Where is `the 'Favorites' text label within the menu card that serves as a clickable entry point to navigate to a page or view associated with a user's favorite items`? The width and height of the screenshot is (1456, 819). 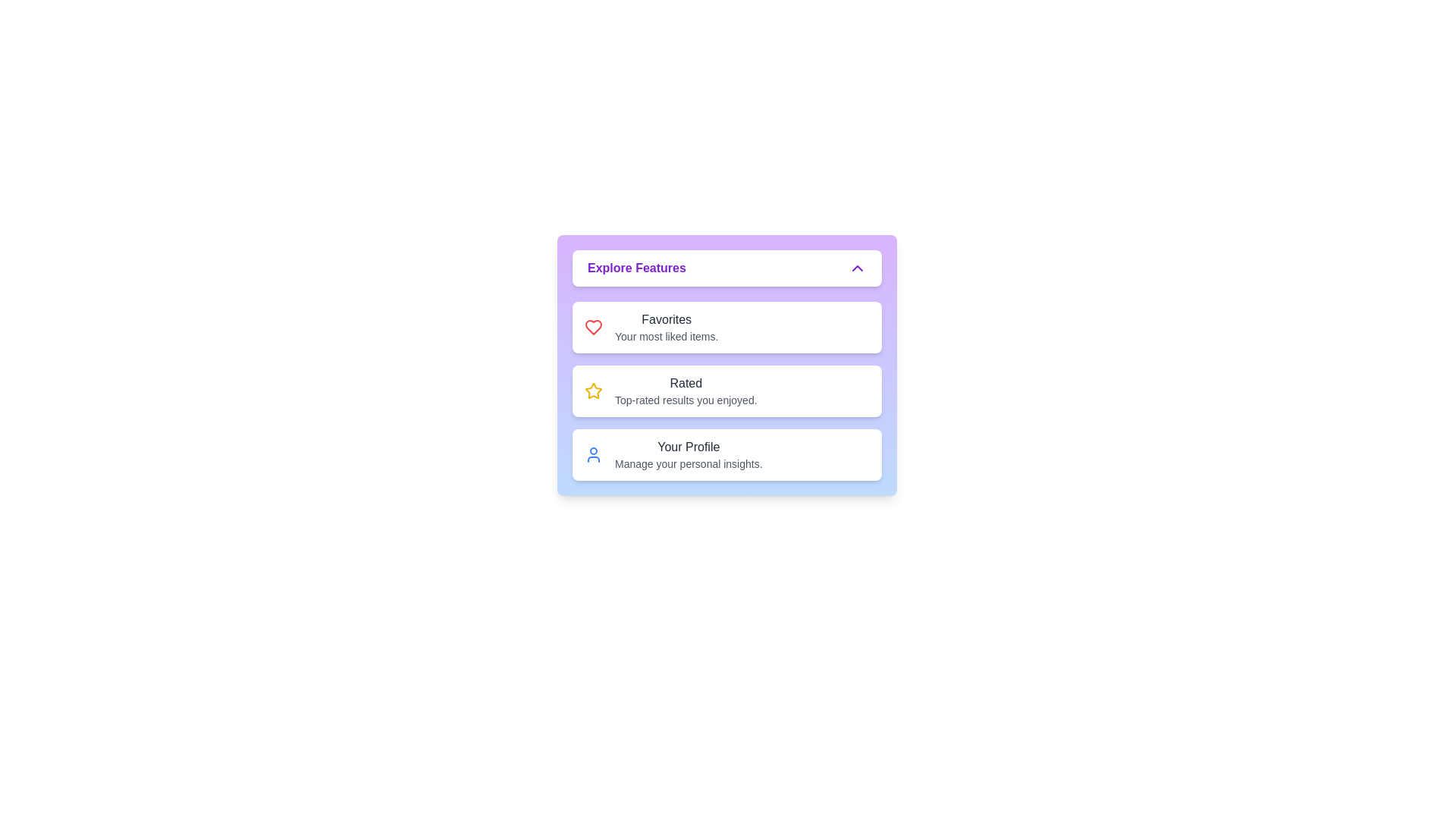 the 'Favorites' text label within the menu card that serves as a clickable entry point to navigate to a page or view associated with a user's favorite items is located at coordinates (666, 327).